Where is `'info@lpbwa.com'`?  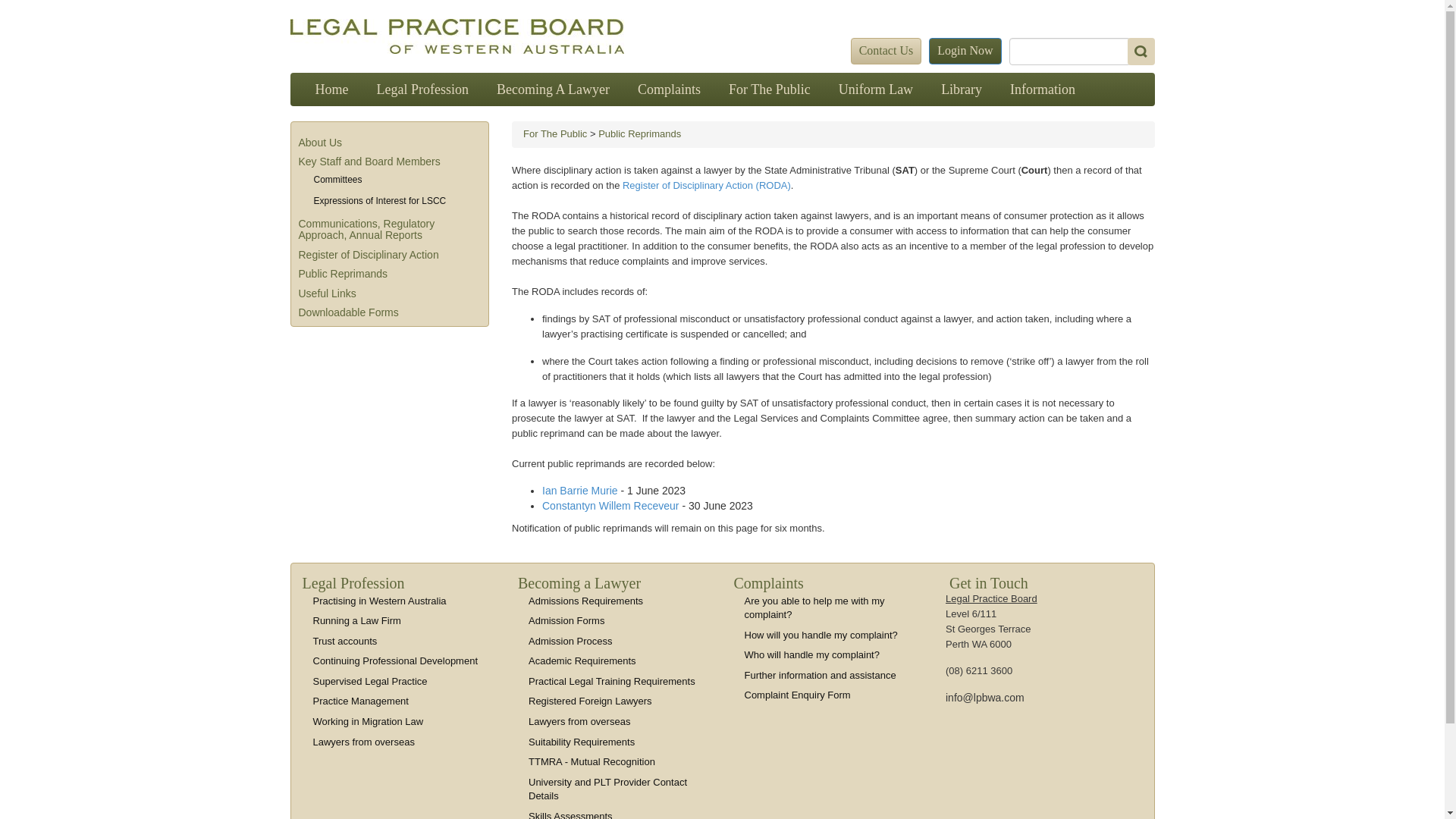
'info@lpbwa.com' is located at coordinates (945, 698).